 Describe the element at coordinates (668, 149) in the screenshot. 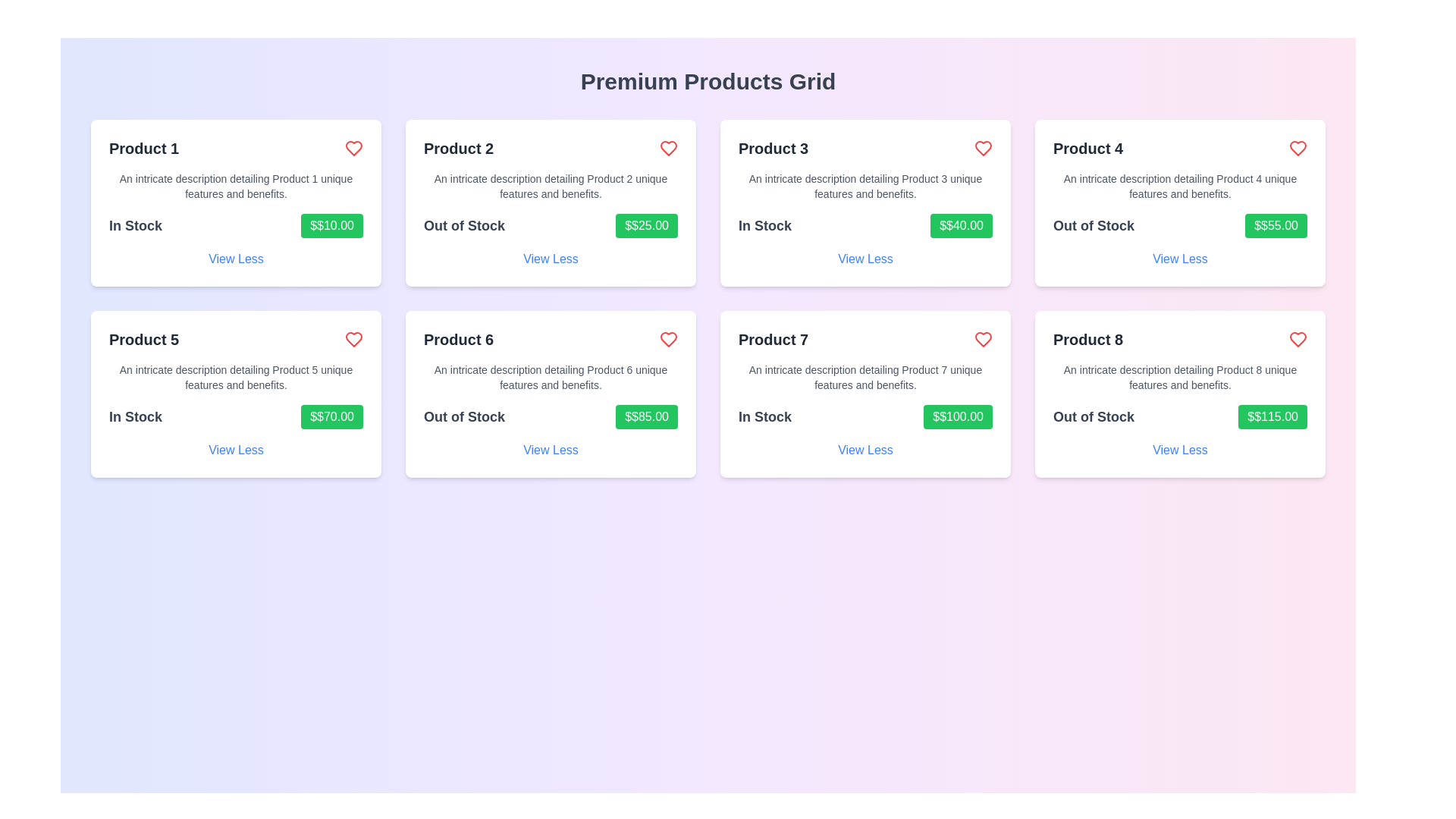

I see `the clickable icon button located in the top-right corner of the 'Product 2' card` at that location.